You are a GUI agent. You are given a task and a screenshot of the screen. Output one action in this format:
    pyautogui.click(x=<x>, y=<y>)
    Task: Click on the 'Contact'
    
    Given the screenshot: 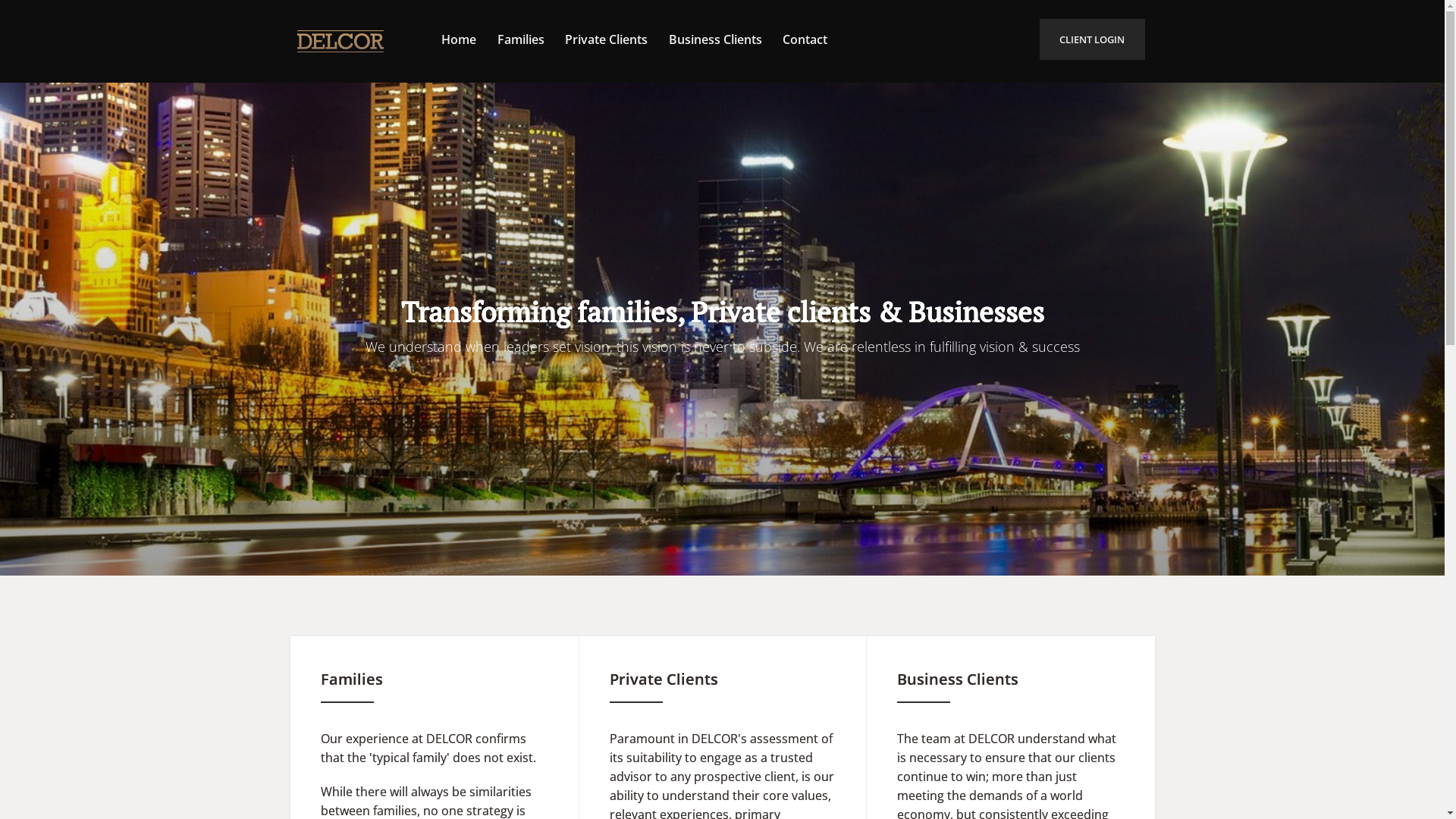 What is the action you would take?
    pyautogui.click(x=804, y=38)
    